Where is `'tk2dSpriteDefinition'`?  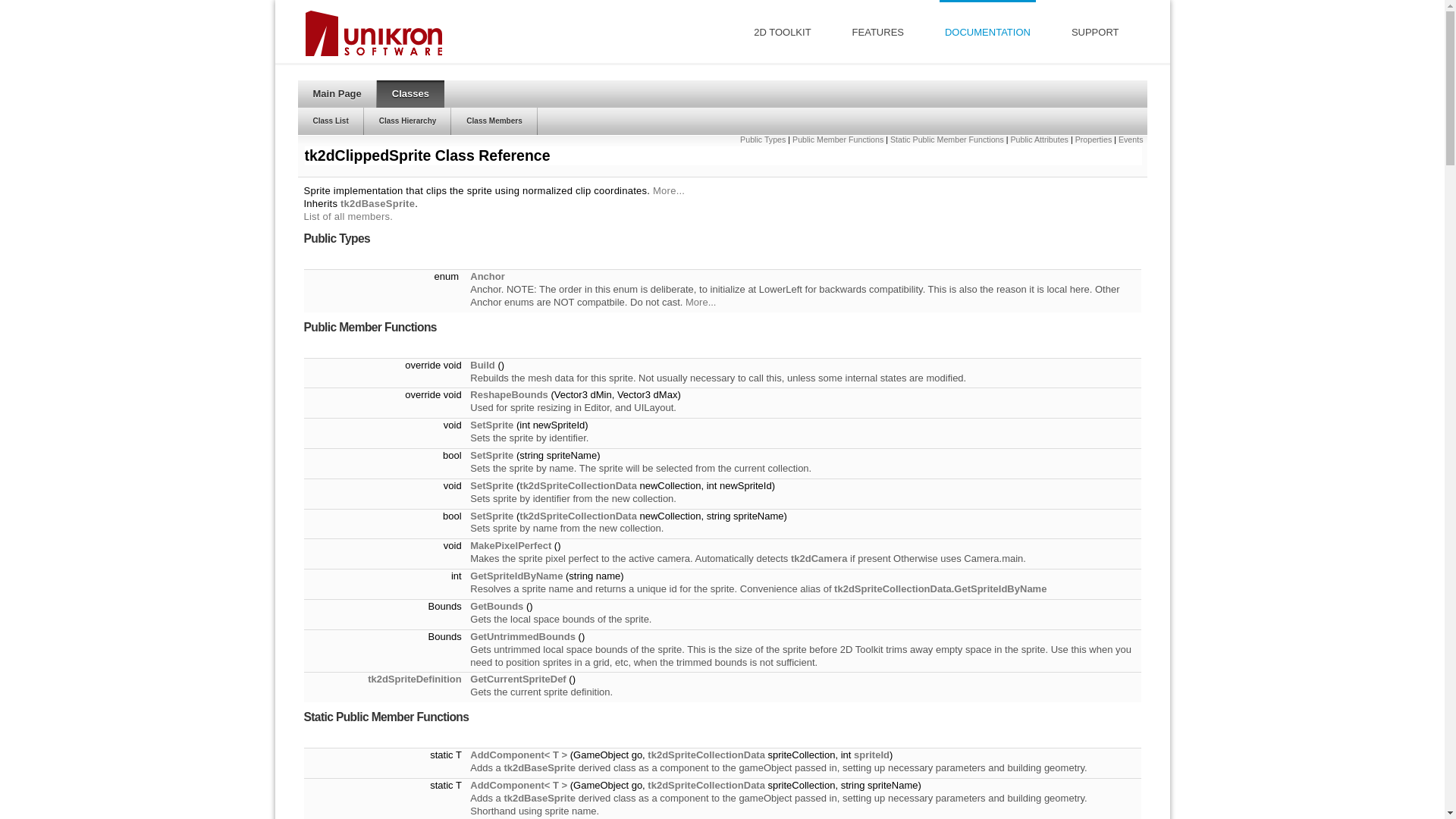
'tk2dSpriteDefinition' is located at coordinates (415, 678).